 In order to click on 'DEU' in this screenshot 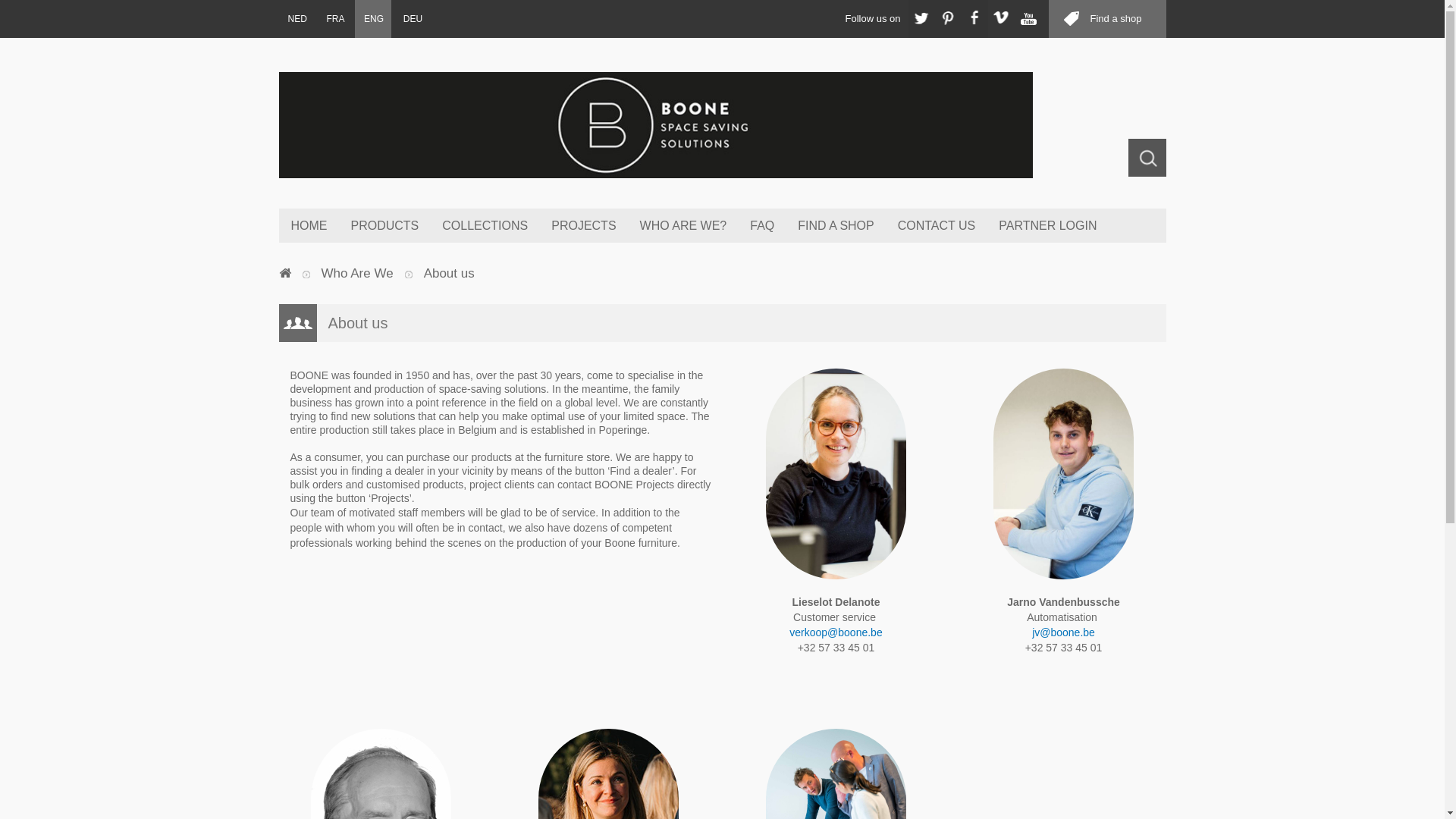, I will do `click(412, 18)`.